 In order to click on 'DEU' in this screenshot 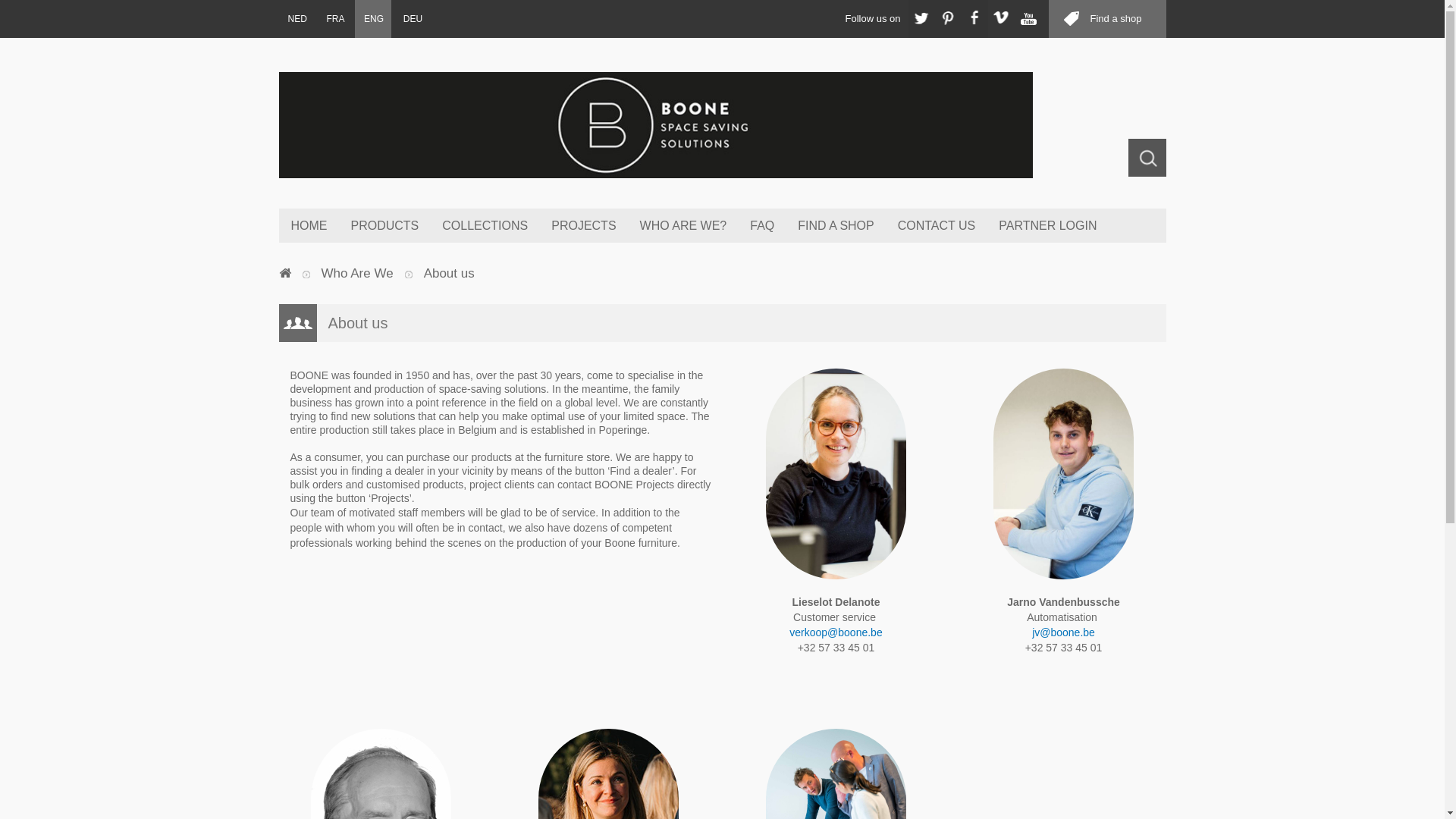, I will do `click(412, 18)`.